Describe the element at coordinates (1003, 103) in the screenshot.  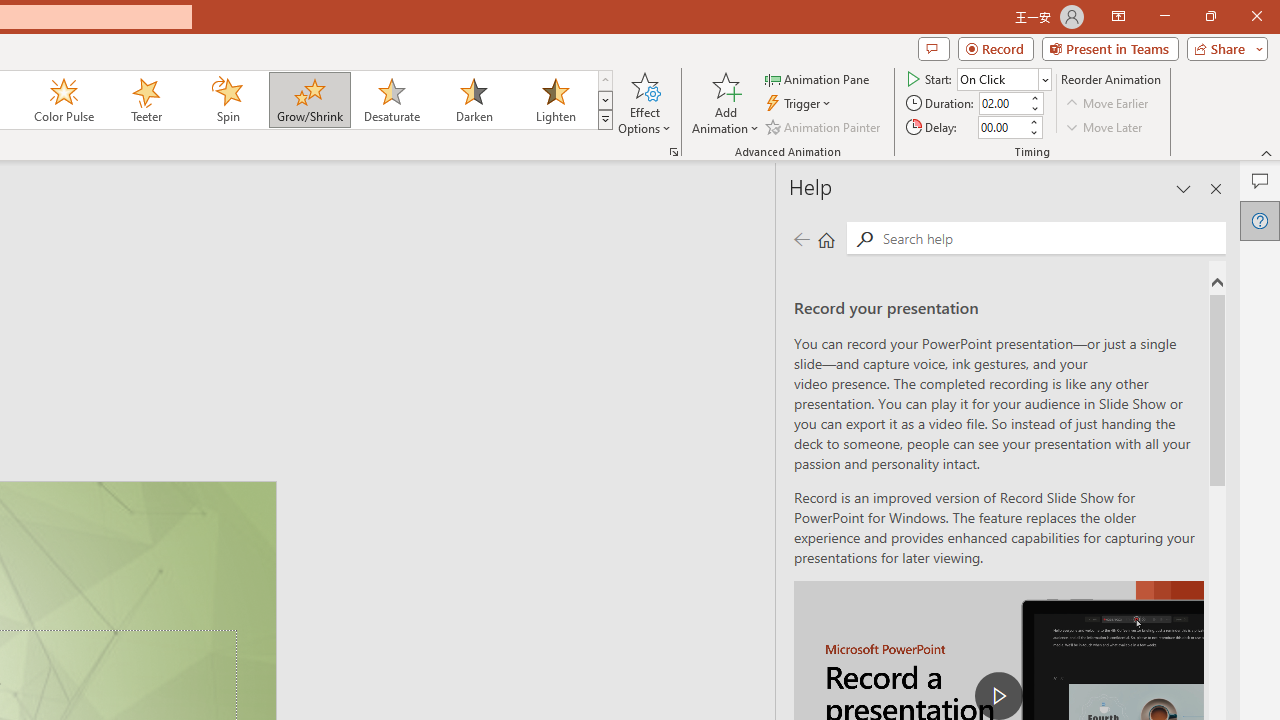
I see `'Animation Duration'` at that location.